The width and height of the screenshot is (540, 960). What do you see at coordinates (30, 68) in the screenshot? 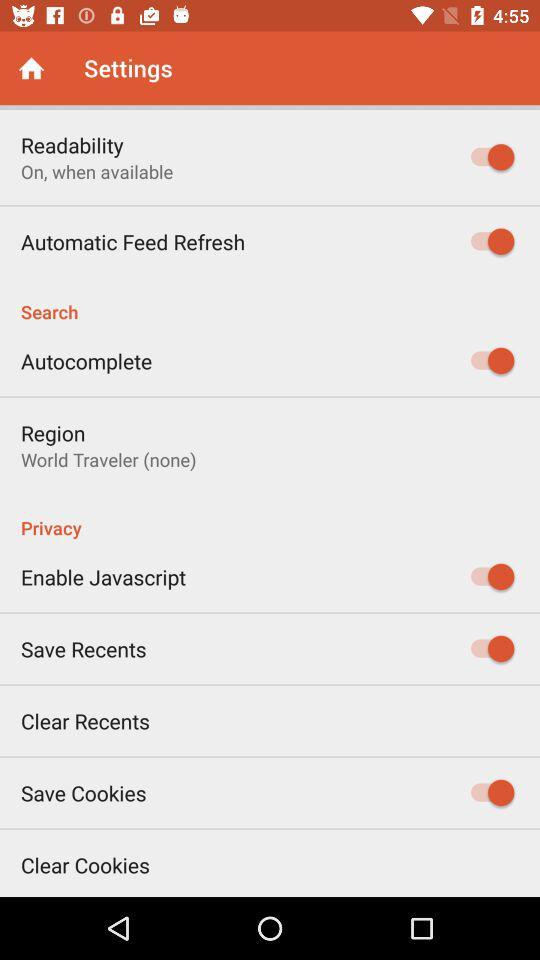
I see `go home` at bounding box center [30, 68].